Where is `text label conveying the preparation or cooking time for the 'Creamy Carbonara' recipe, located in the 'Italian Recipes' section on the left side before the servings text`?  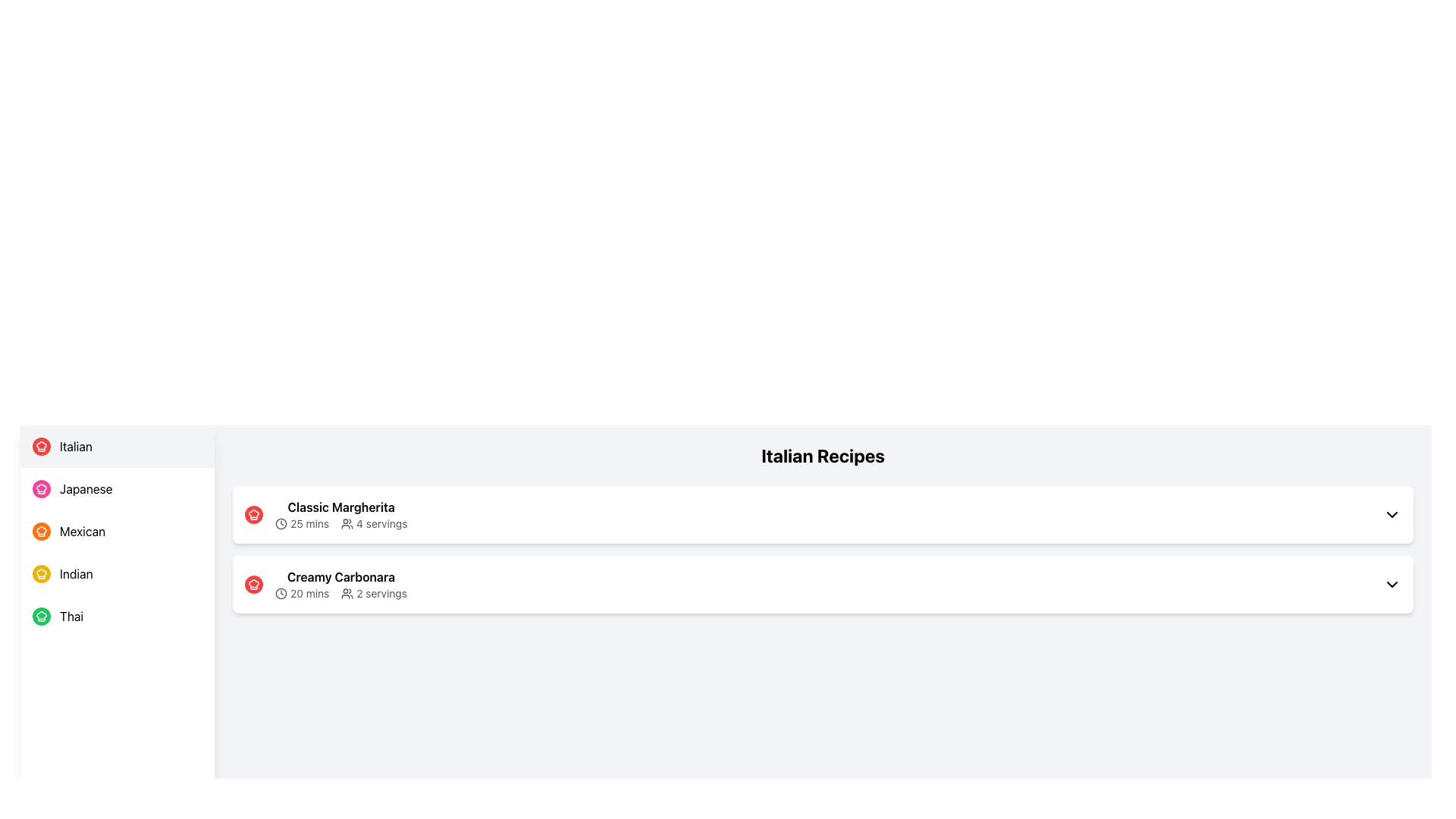
text label conveying the preparation or cooking time for the 'Creamy Carbonara' recipe, located in the 'Italian Recipes' section on the left side before the servings text is located at coordinates (302, 593).